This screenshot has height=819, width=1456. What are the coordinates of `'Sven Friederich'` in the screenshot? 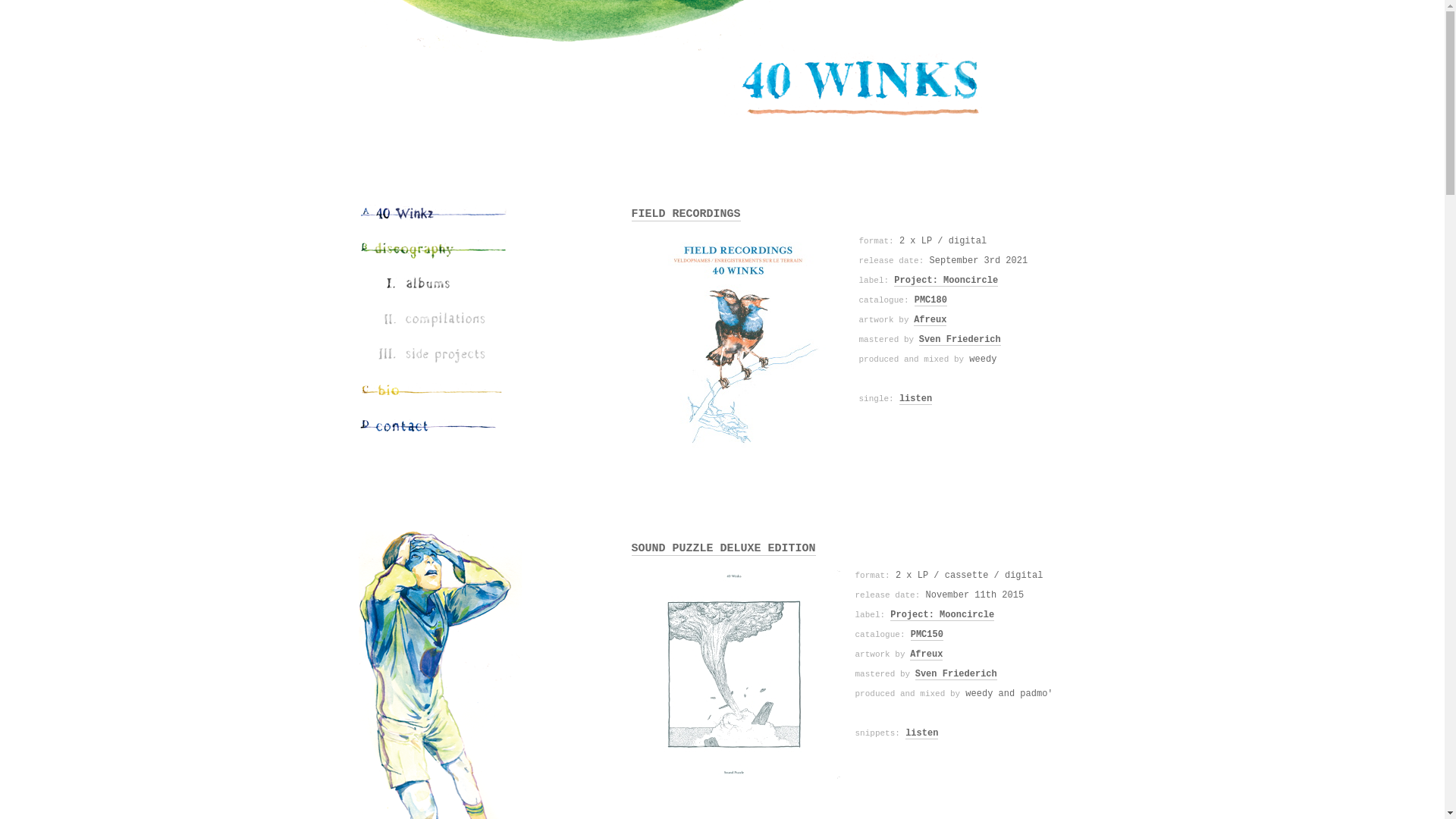 It's located at (959, 339).